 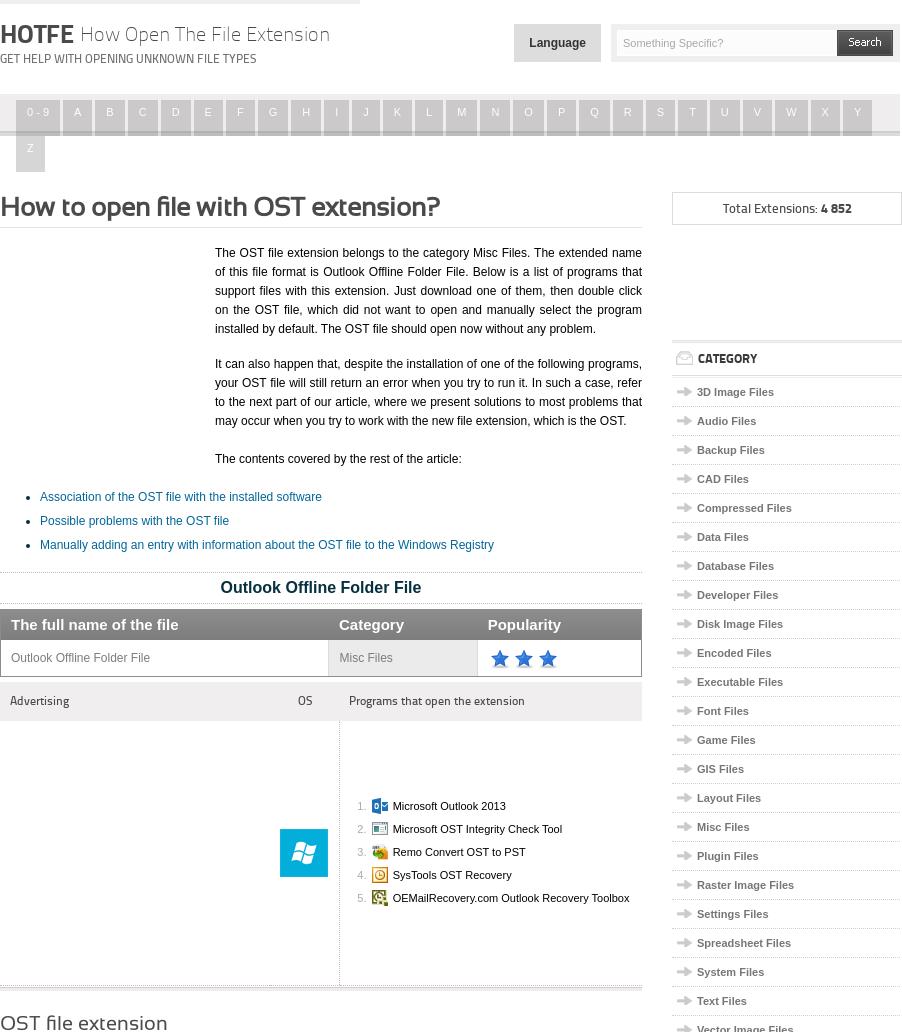 I want to click on 'Popularity', so click(x=522, y=624).